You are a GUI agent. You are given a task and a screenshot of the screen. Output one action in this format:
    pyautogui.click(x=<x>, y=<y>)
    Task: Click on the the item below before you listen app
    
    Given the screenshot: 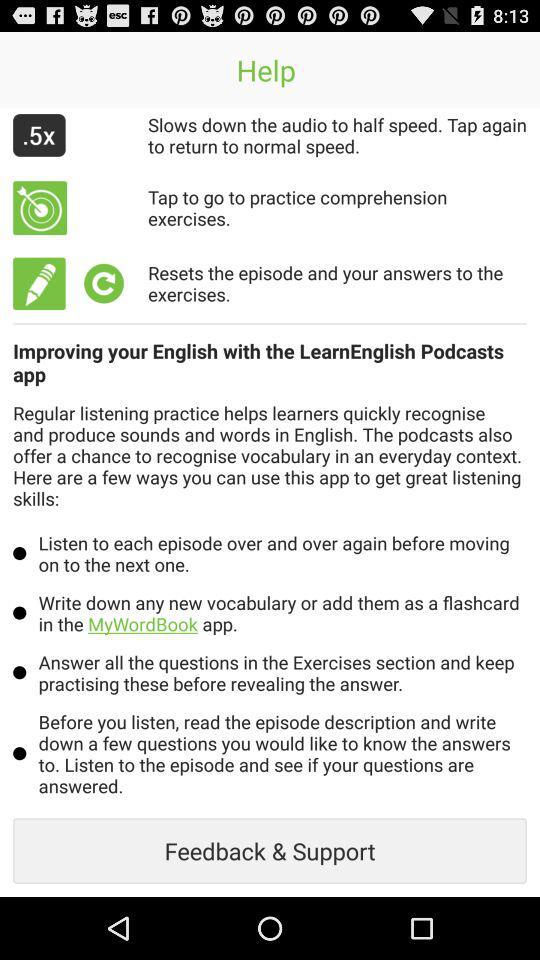 What is the action you would take?
    pyautogui.click(x=270, y=850)
    